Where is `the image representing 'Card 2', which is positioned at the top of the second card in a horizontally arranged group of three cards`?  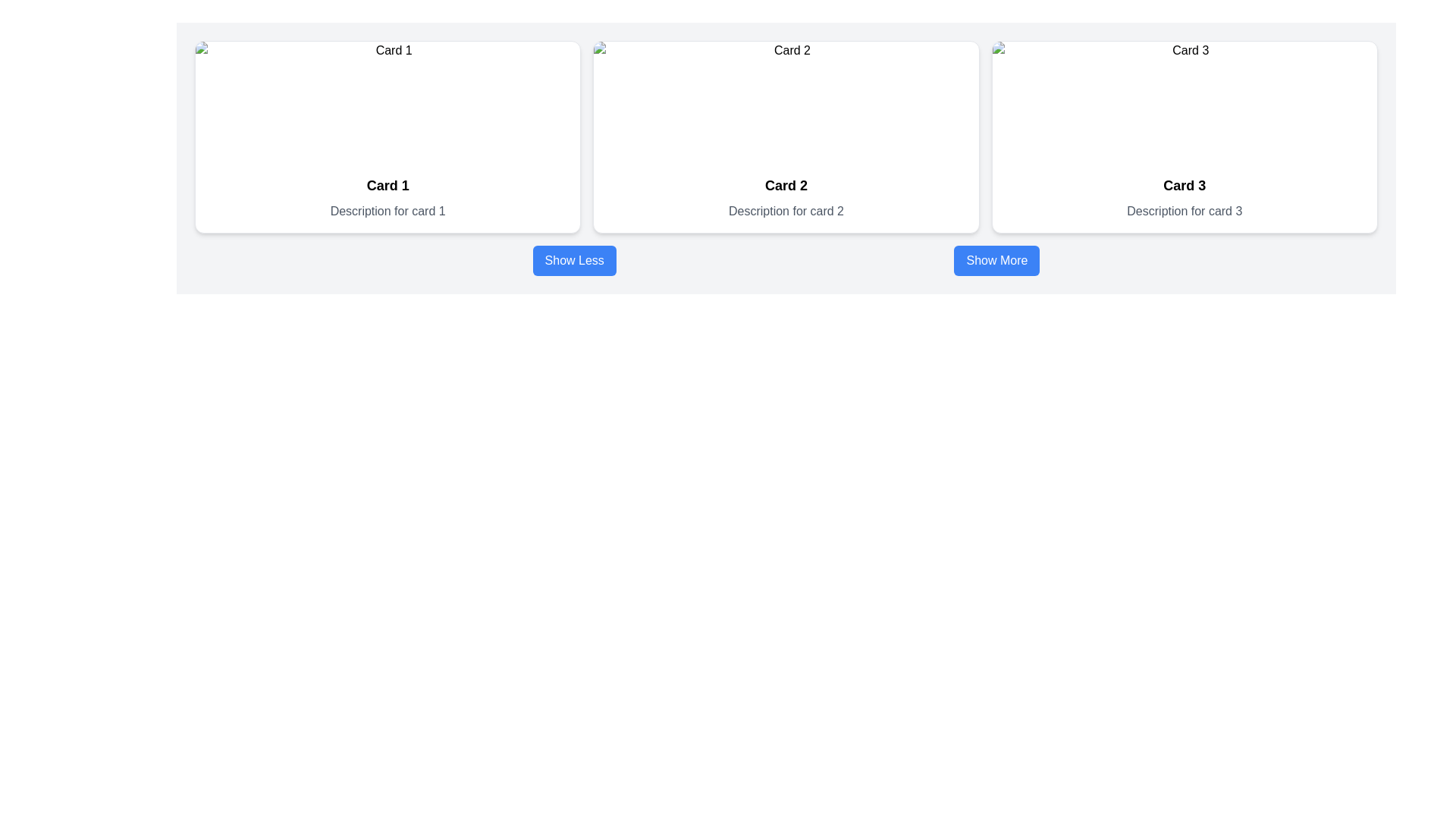
the image representing 'Card 2', which is positioned at the top of the second card in a horizontally arranged group of three cards is located at coordinates (786, 102).